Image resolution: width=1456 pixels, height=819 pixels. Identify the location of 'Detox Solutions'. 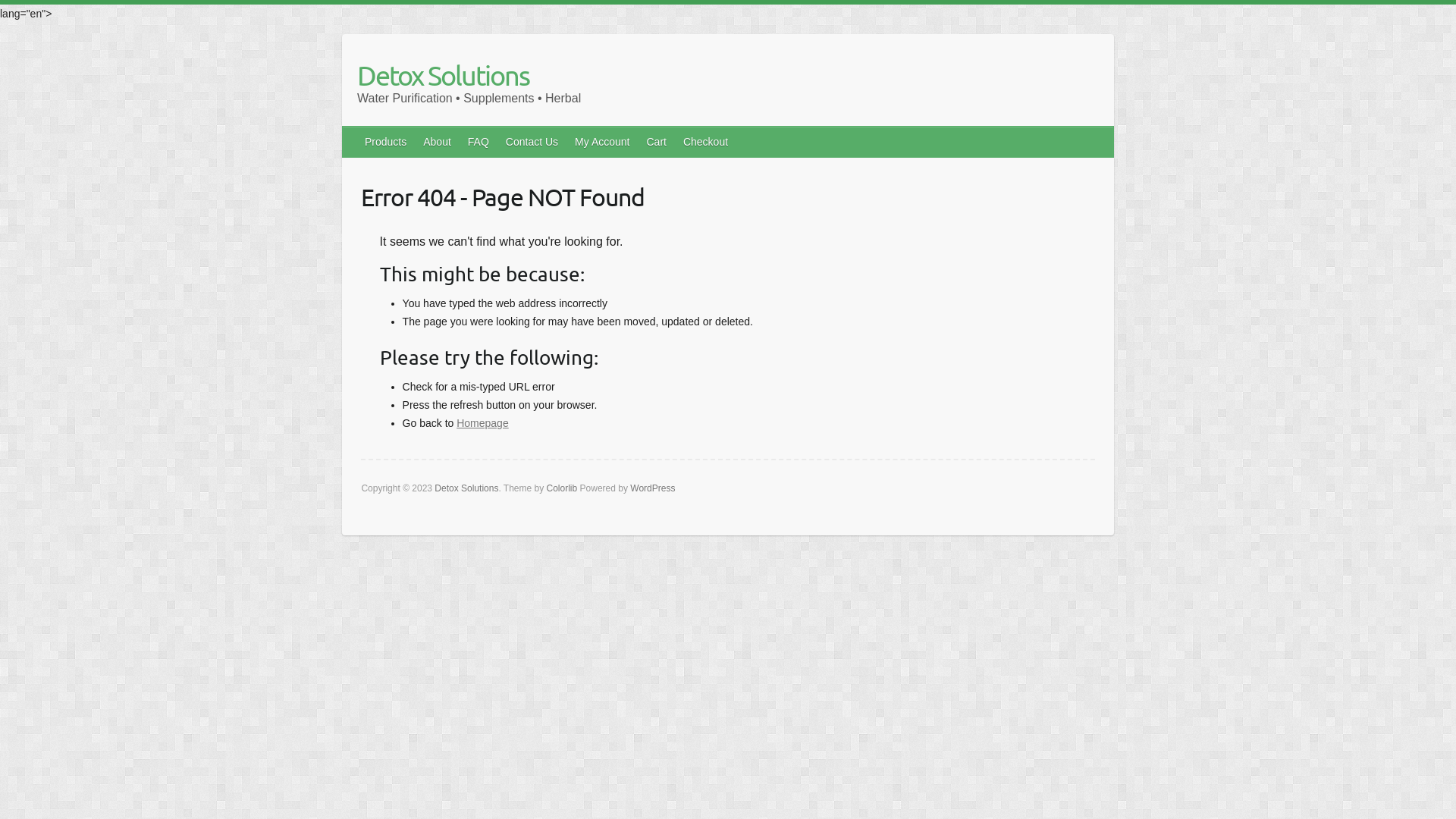
(356, 75).